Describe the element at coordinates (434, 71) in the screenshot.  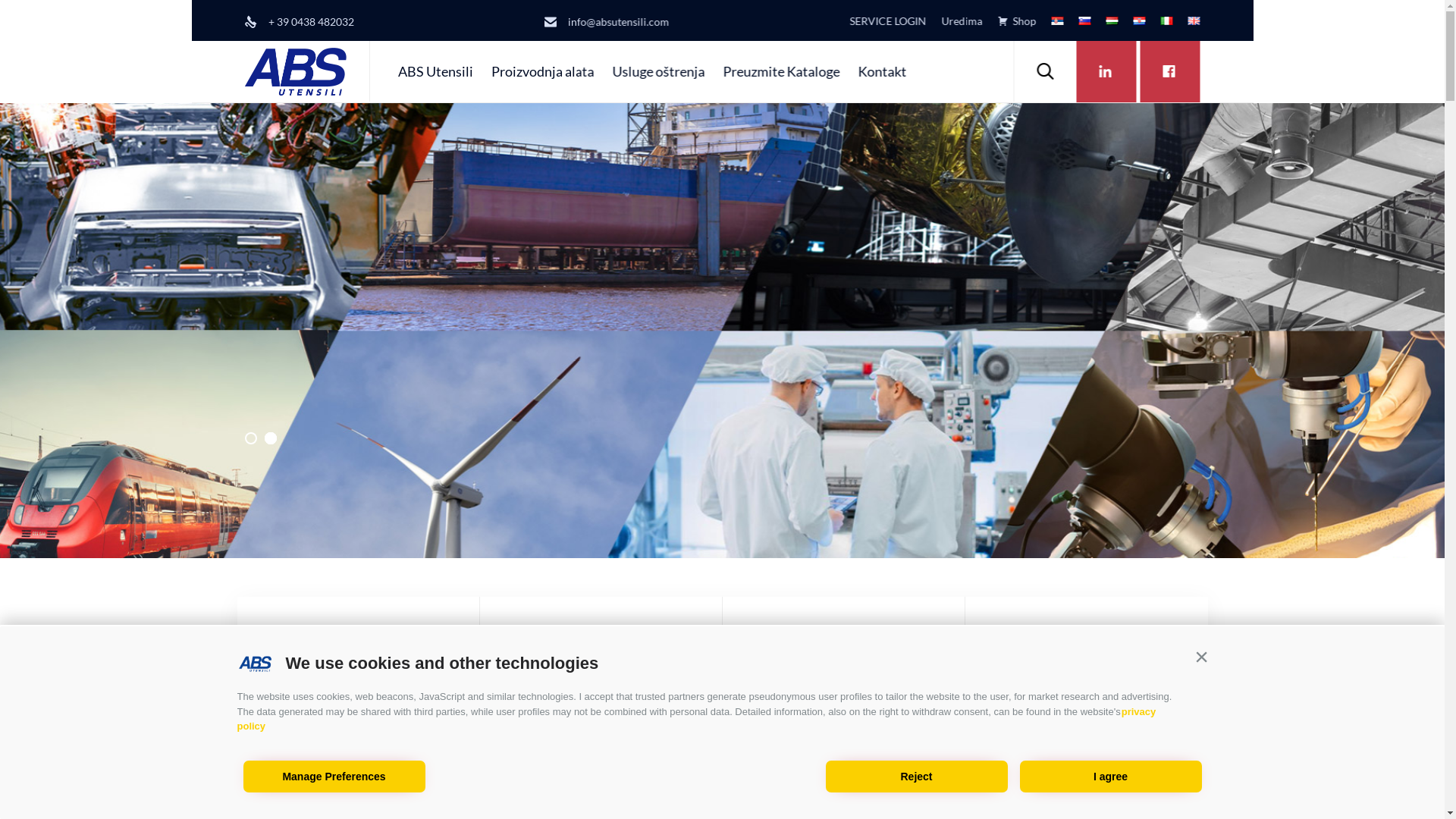
I see `'ABS Utensili'` at that location.